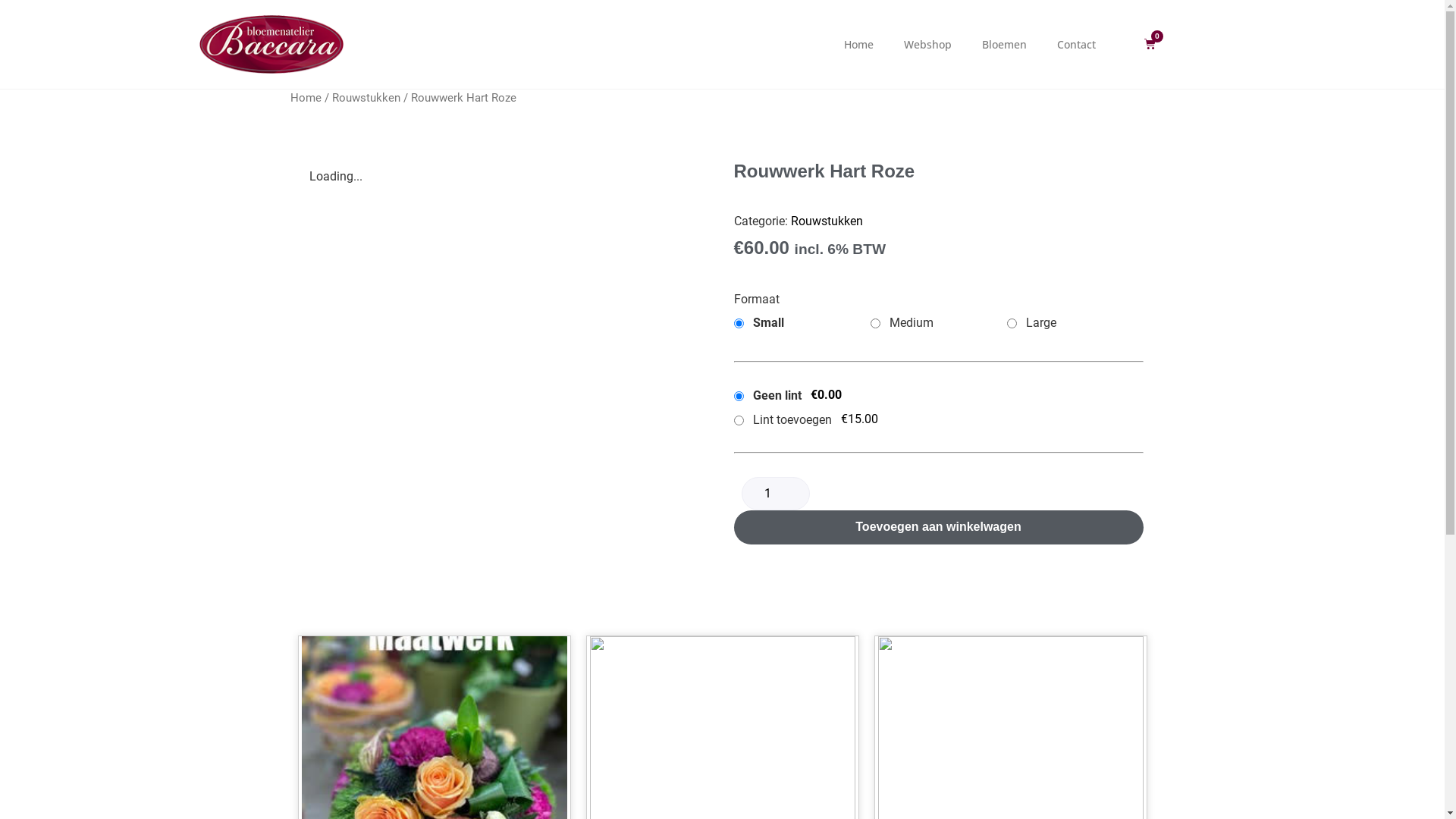 This screenshot has width=1456, height=819. I want to click on 'Rouwstukken', so click(825, 221).